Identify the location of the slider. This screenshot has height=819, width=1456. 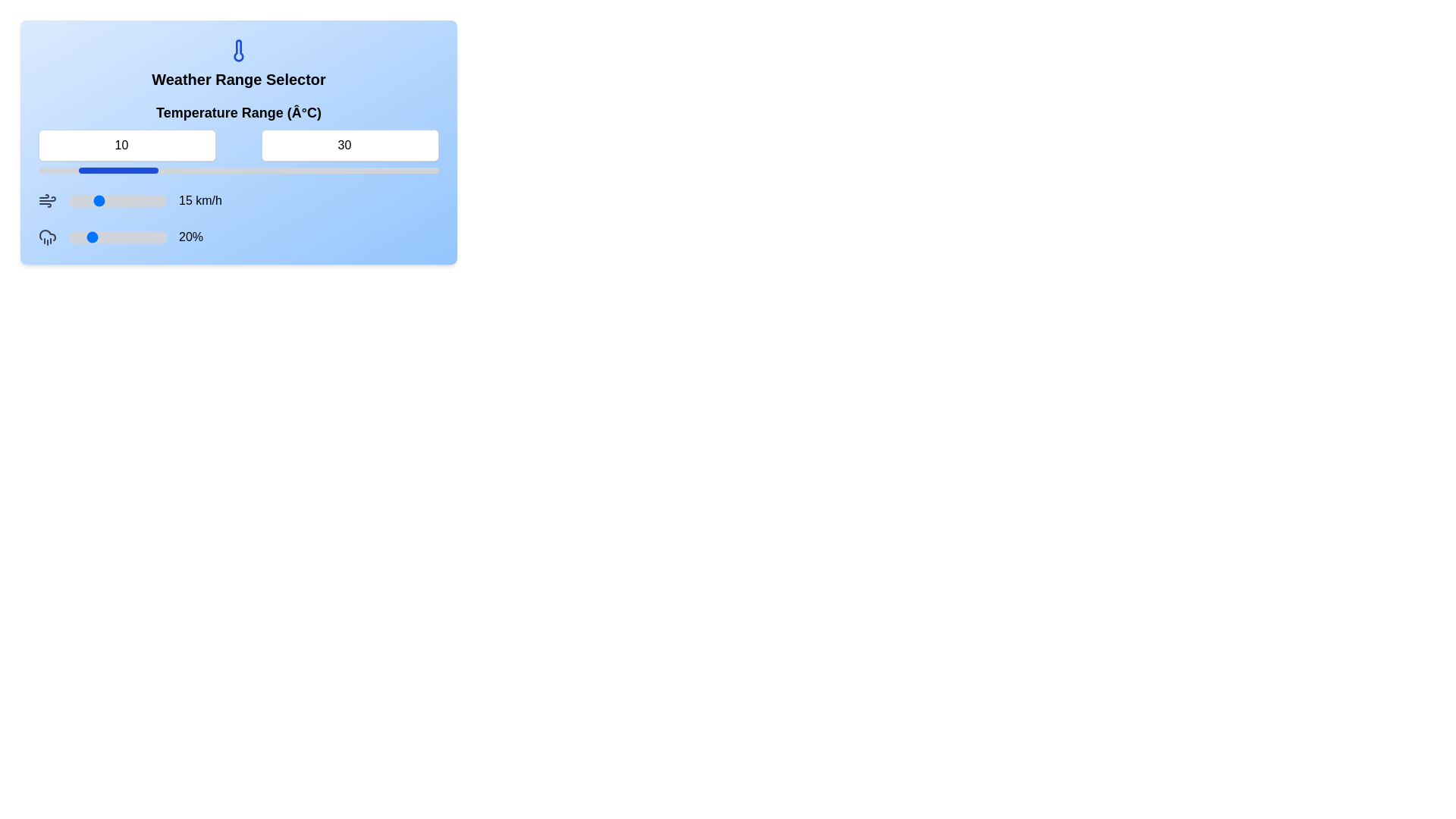
(77, 237).